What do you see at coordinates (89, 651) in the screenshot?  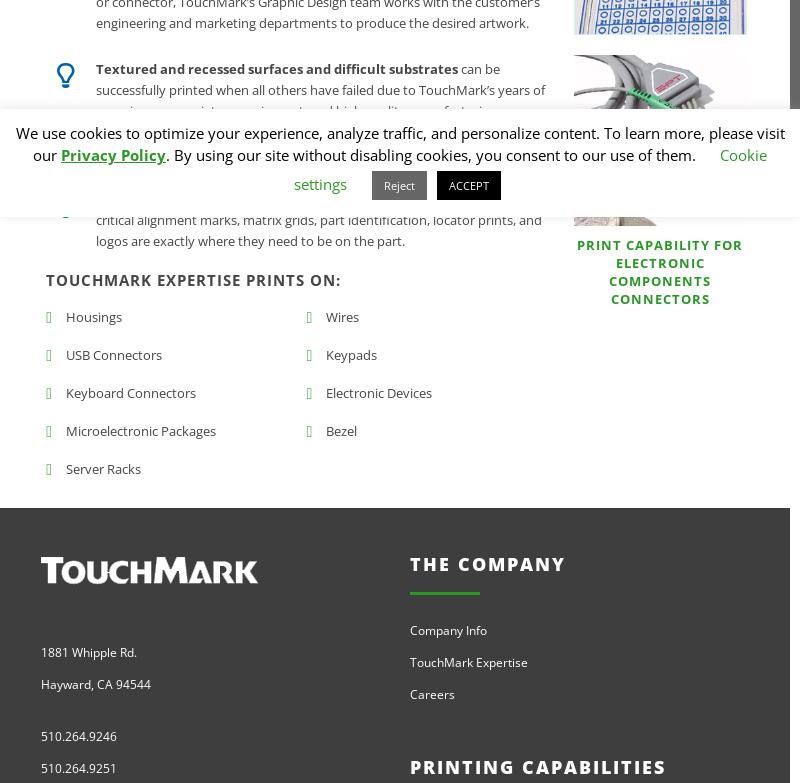 I see `'1881 Whipple Rd.'` at bounding box center [89, 651].